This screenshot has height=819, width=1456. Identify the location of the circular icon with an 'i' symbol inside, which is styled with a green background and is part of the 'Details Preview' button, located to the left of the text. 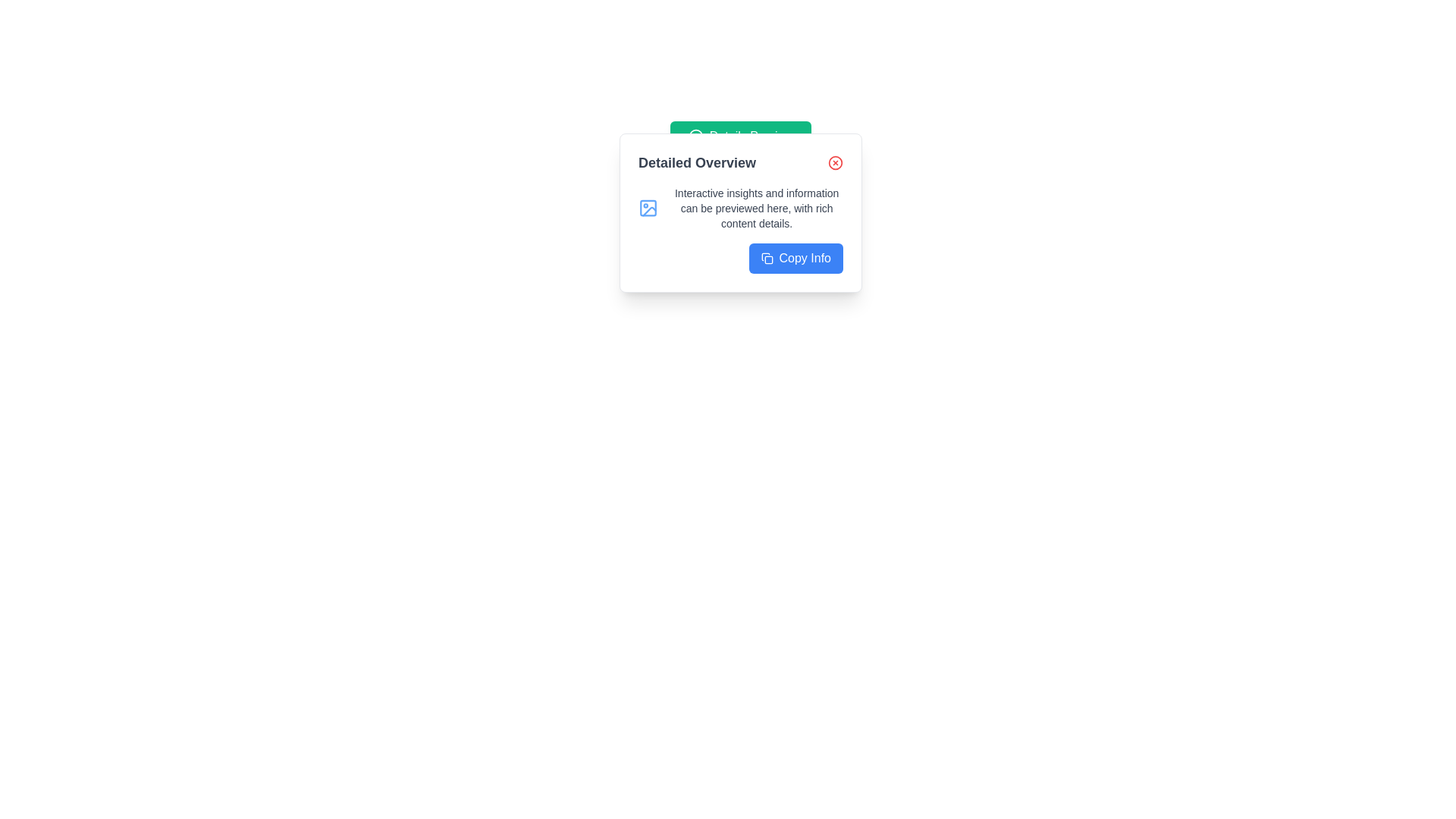
(695, 136).